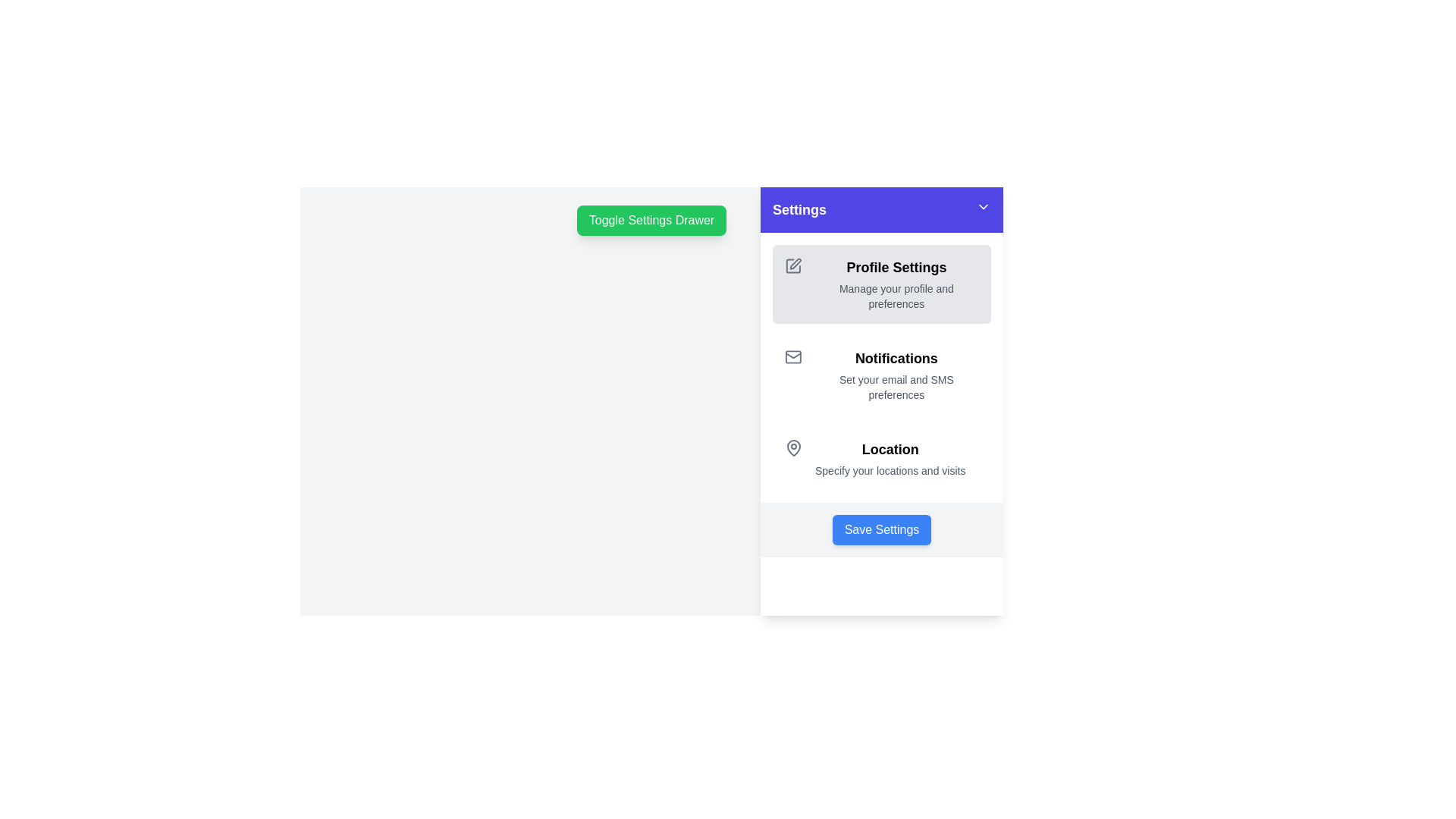 The height and width of the screenshot is (819, 1456). I want to click on the Decorative icon that symbolizes 'Profile Settings' located in the settings menu on the right-hand side of the interface, so click(792, 265).